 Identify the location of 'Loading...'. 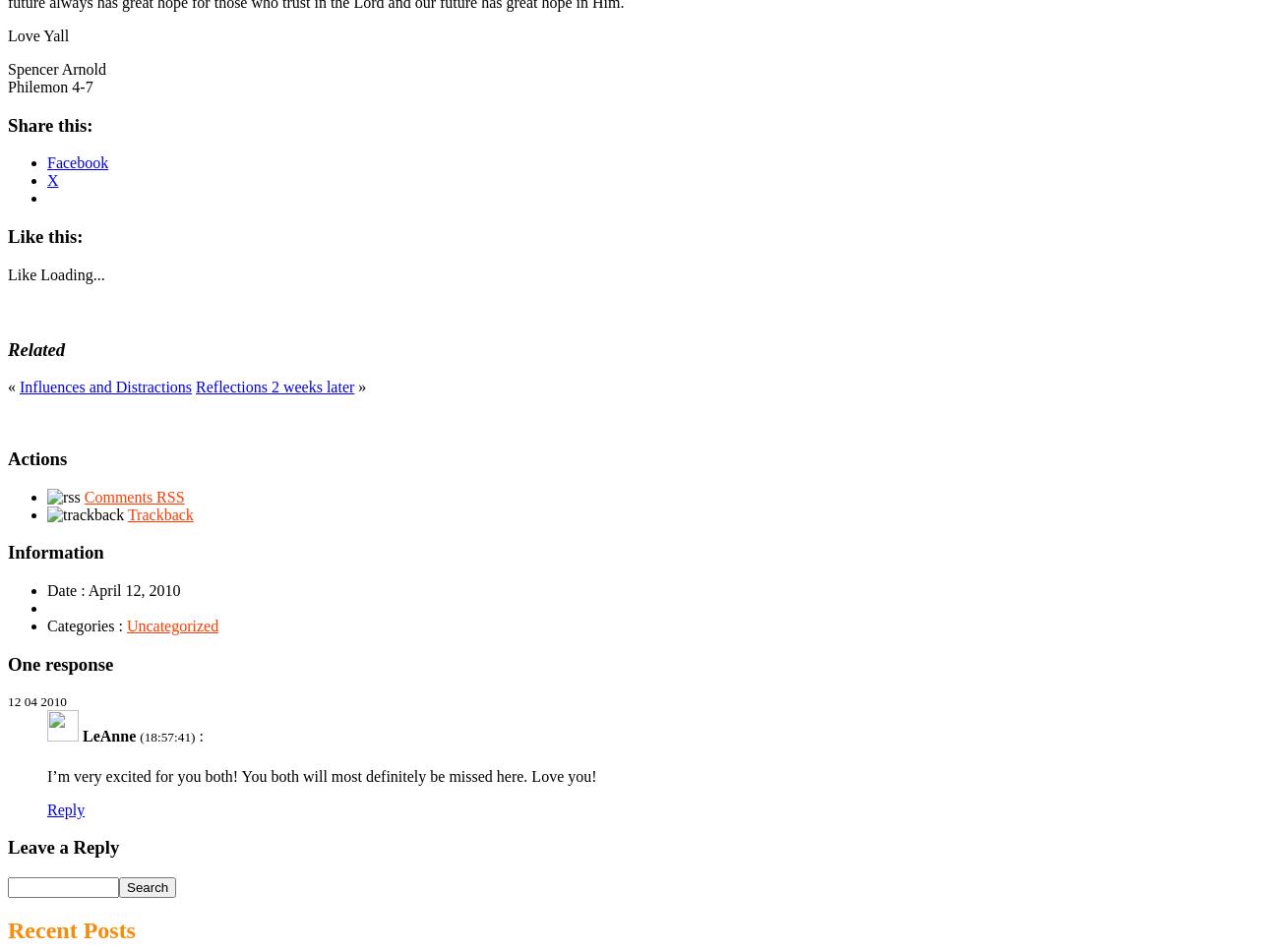
(72, 273).